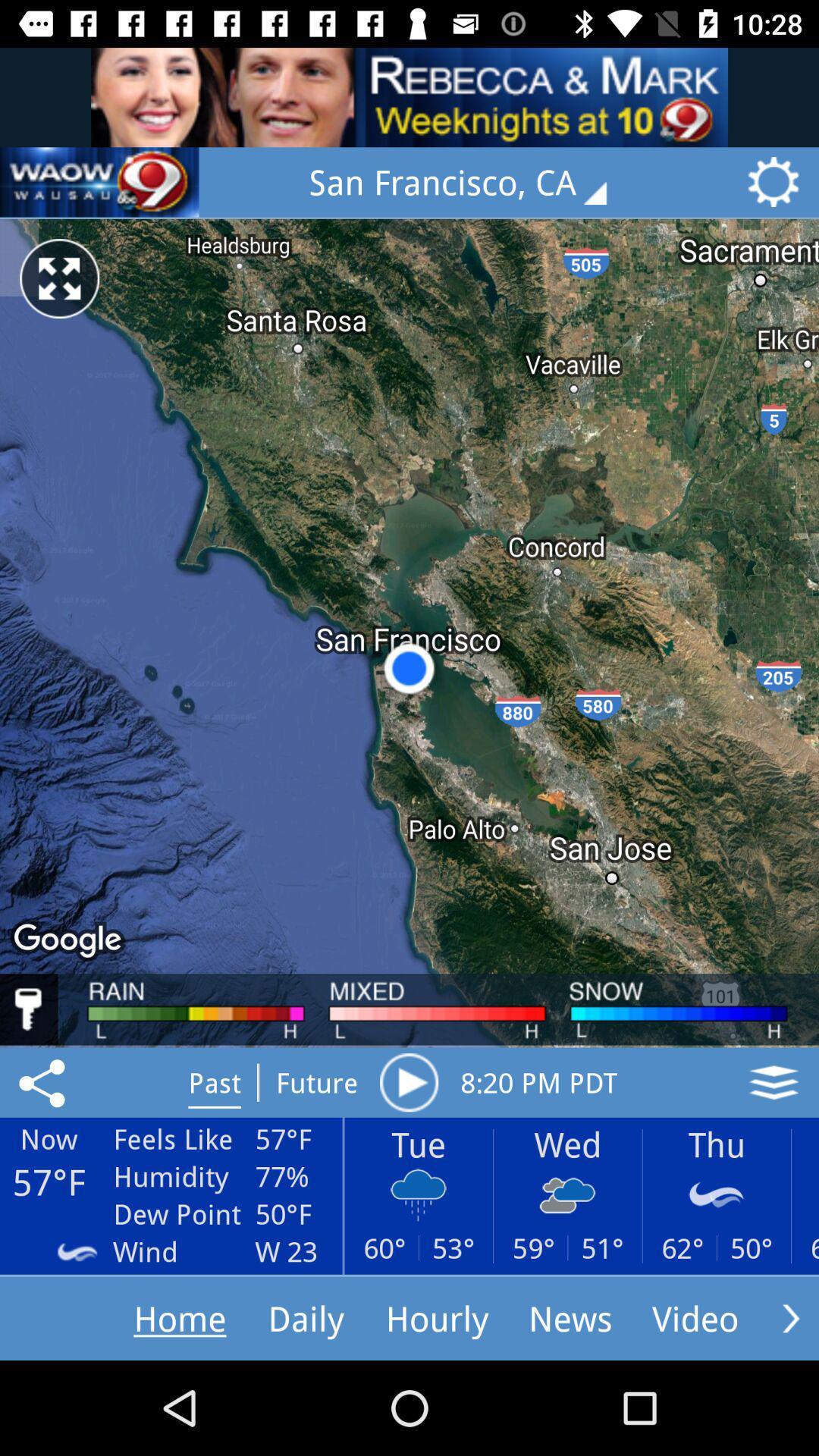  I want to click on the arrow_forward icon, so click(790, 1317).